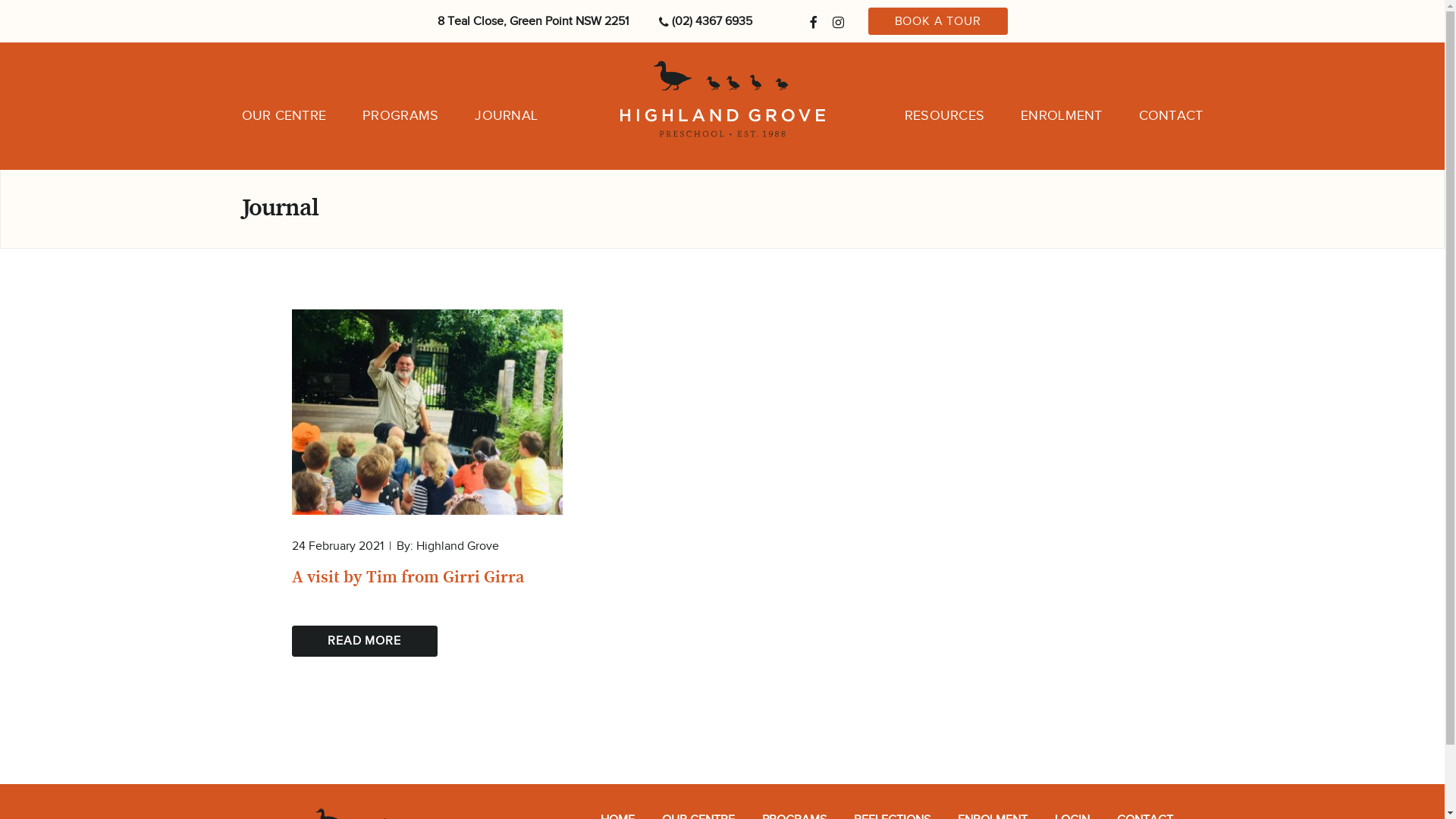 This screenshot has height=819, width=1456. I want to click on 'BOOK A TOUR', so click(937, 20).